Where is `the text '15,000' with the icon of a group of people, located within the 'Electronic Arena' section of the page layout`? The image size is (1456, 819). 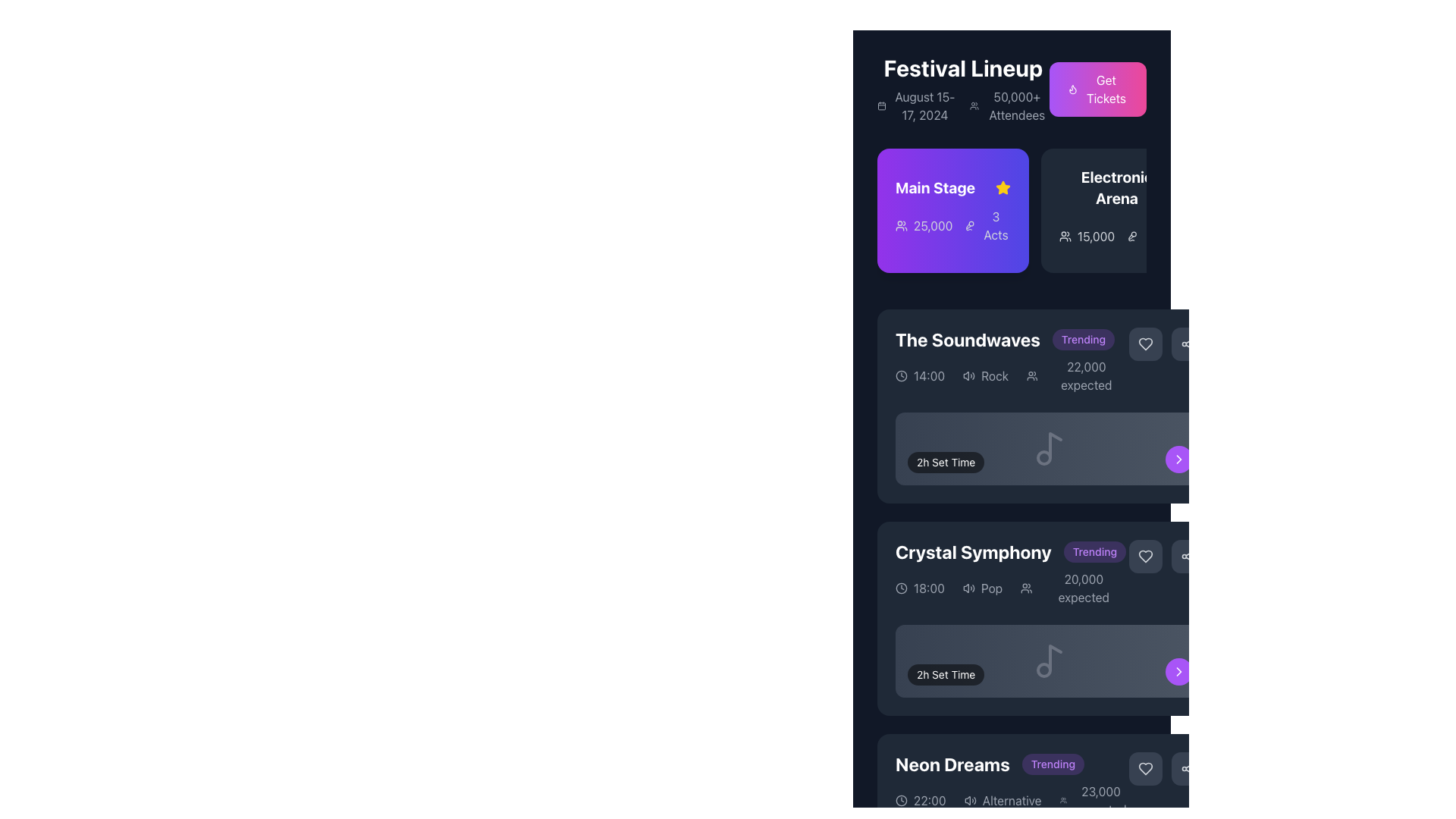 the text '15,000' with the icon of a group of people, located within the 'Electronic Arena' section of the page layout is located at coordinates (1086, 237).